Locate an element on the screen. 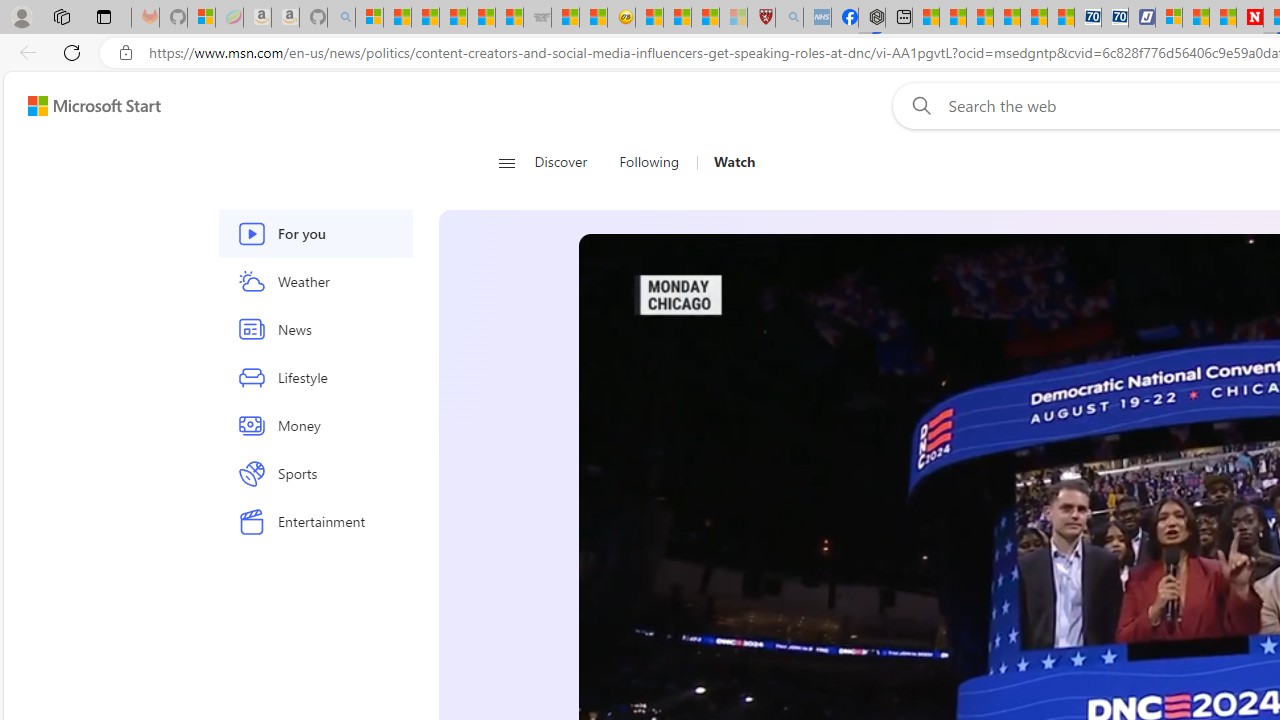 The height and width of the screenshot is (720, 1280). 'Newsweek - News, Analysis, Politics, Business, Technology' is located at coordinates (1248, 17).